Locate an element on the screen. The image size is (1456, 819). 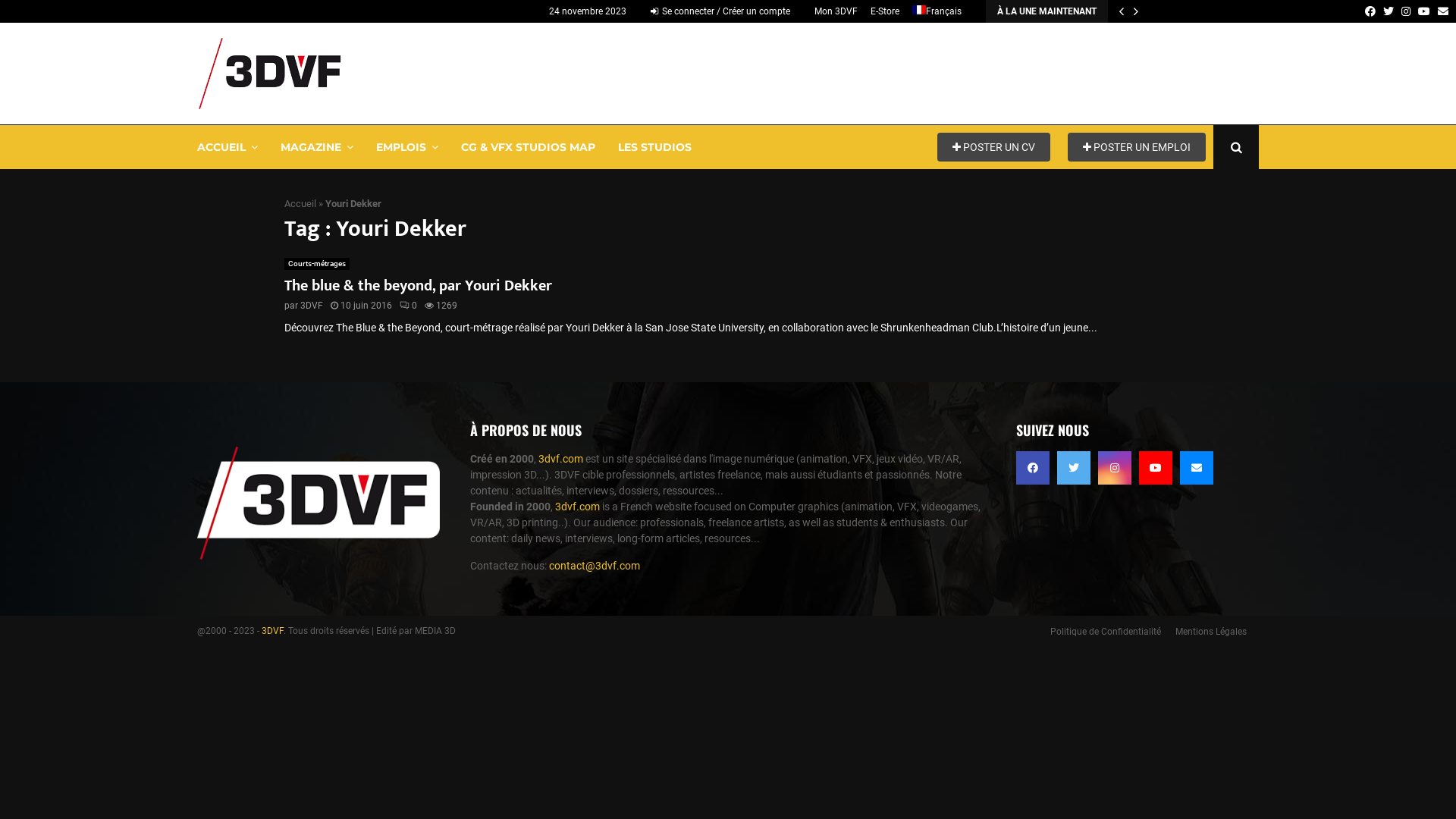
'10 juin 2016' is located at coordinates (340, 305).